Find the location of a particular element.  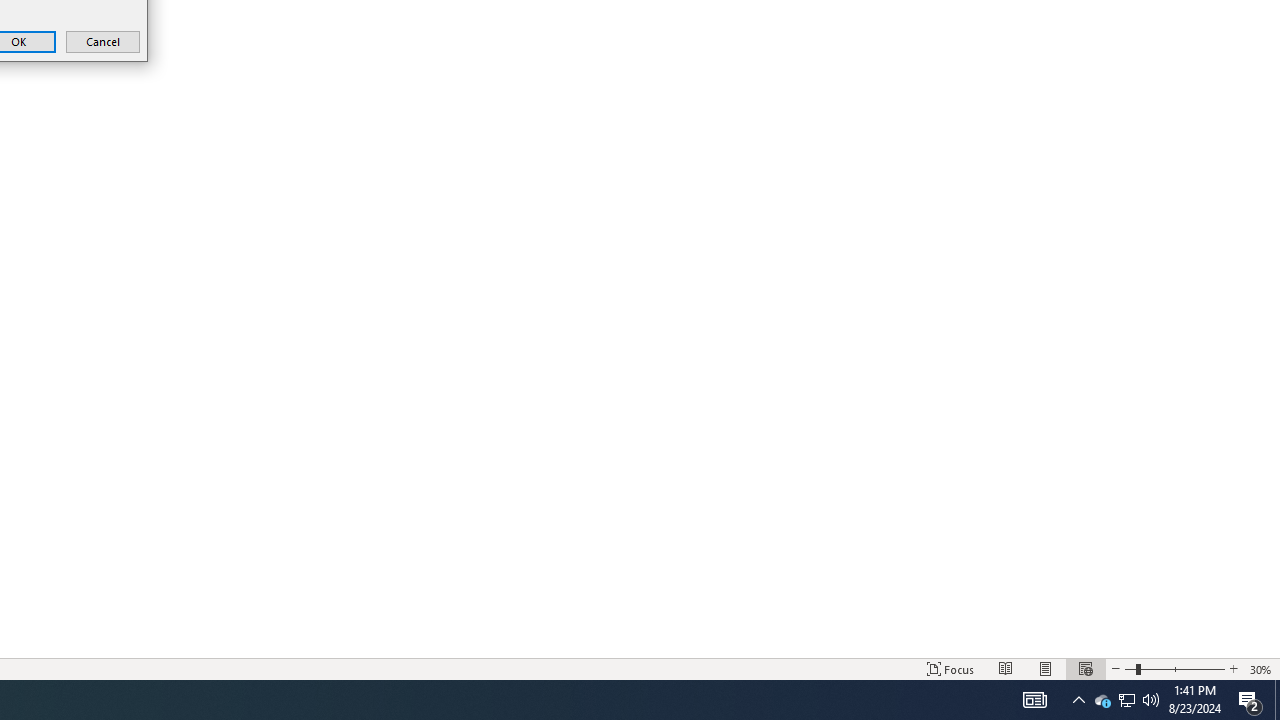

'Cancel' is located at coordinates (102, 42).